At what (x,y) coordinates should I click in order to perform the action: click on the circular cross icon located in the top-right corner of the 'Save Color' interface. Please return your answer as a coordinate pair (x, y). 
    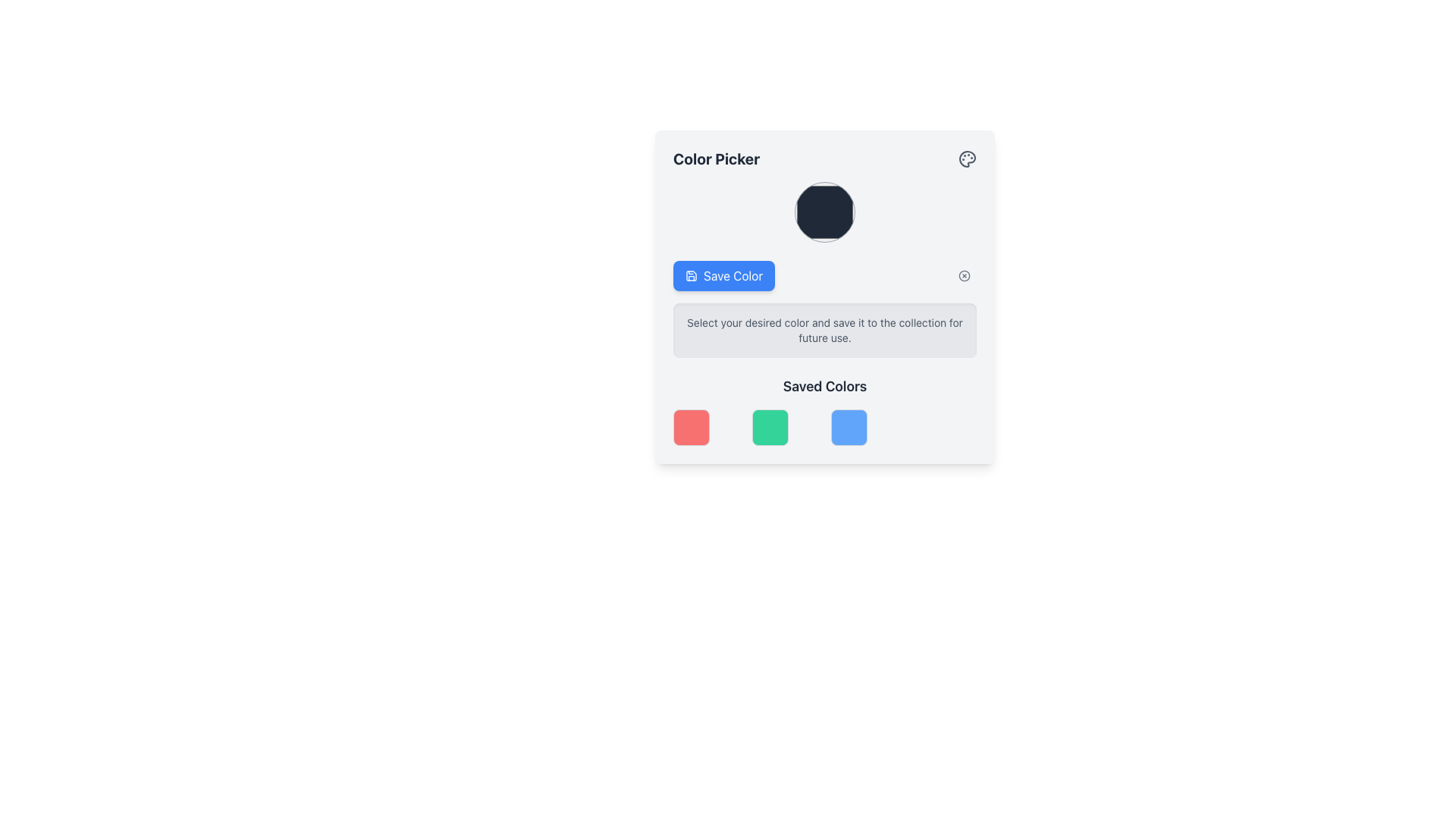
    Looking at the image, I should click on (964, 275).